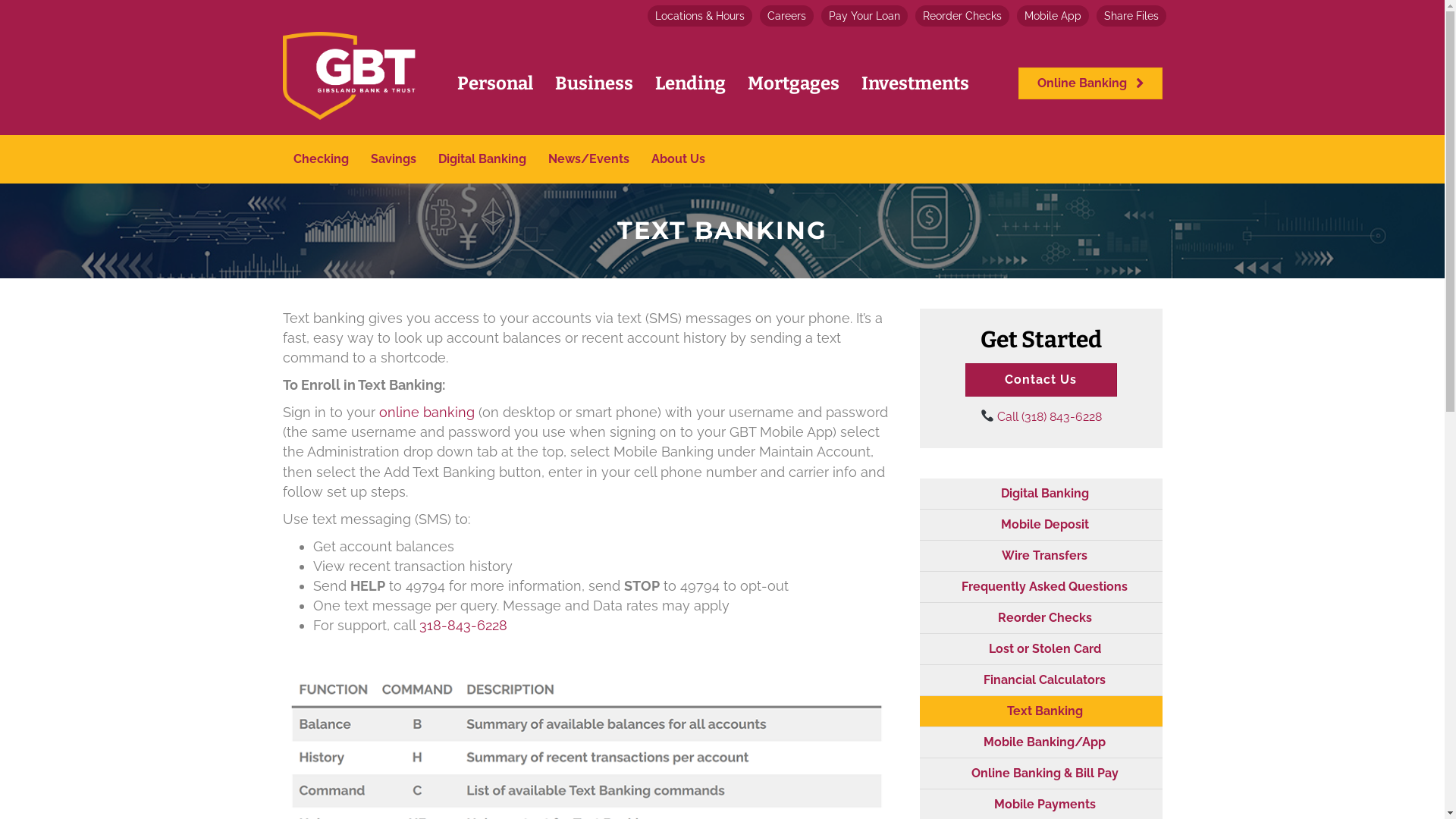 Image resolution: width=1456 pixels, height=819 pixels. Describe the element at coordinates (1040, 555) in the screenshot. I see `'Wire Transfers'` at that location.